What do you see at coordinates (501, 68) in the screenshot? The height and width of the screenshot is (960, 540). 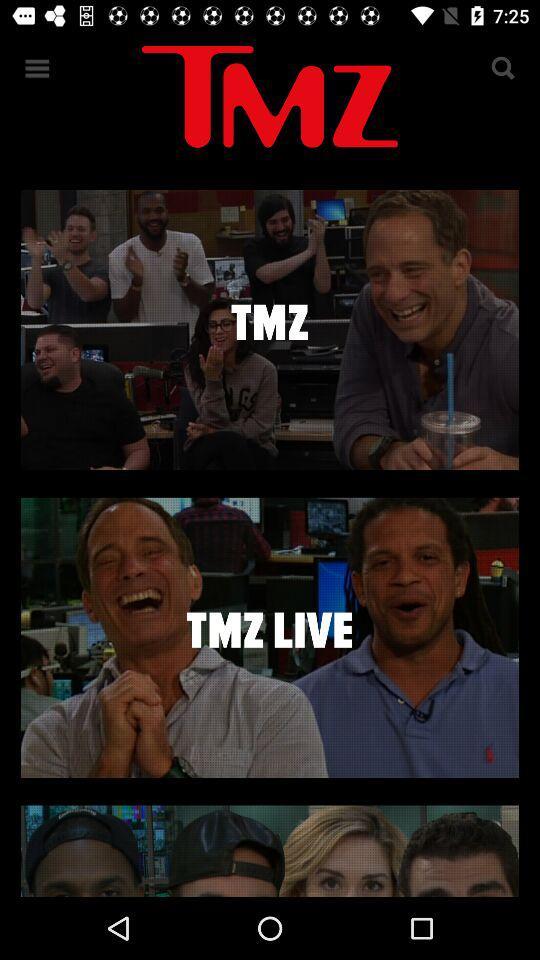 I see `the search icon` at bounding box center [501, 68].